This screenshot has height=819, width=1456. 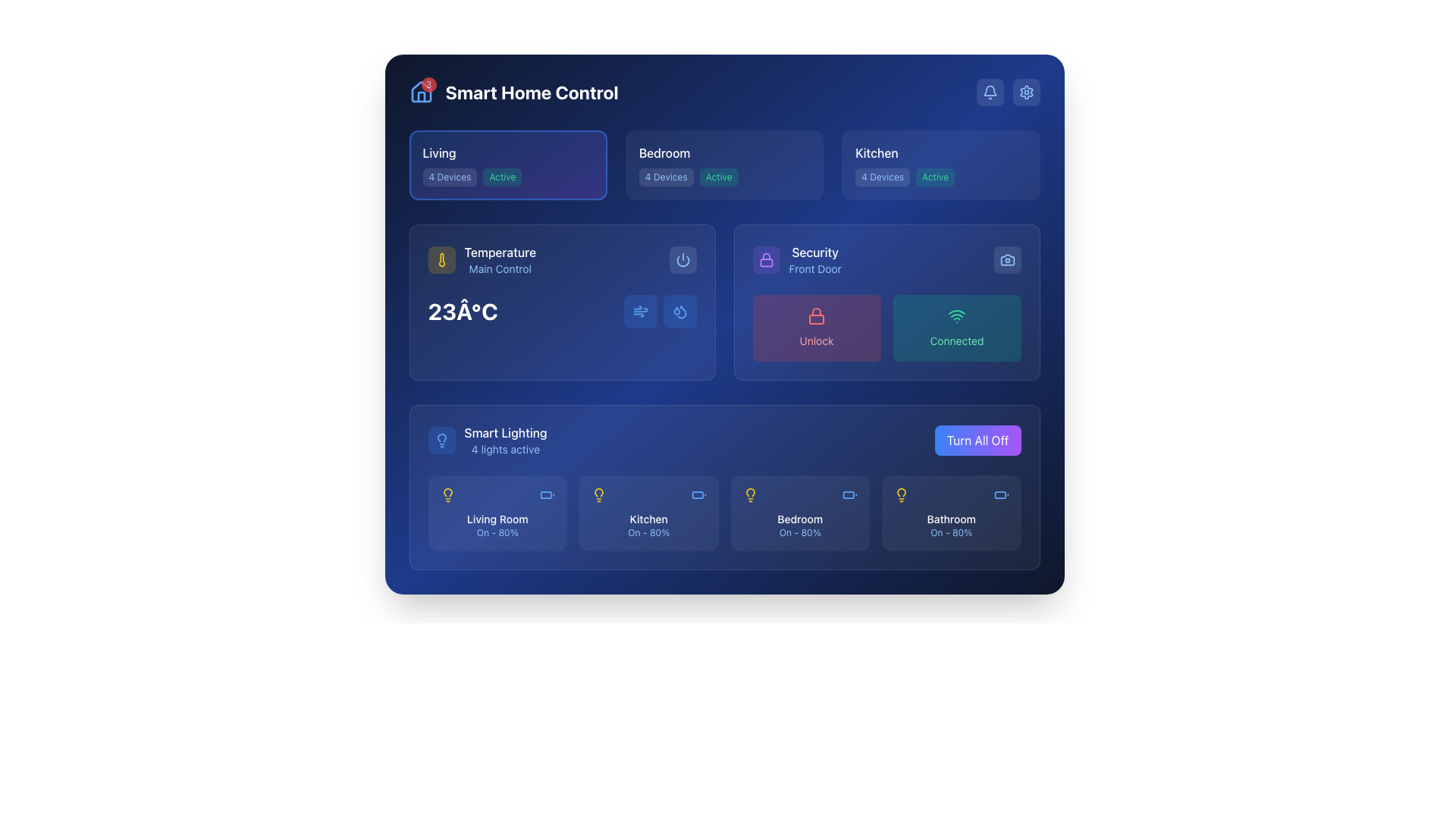 What do you see at coordinates (500, 259) in the screenshot?
I see `the label that provides the section title for the temperature control functionality in the smart home interface, located in the 'Temperature Main Control' panel, to the right of a yellow thermometer icon` at bounding box center [500, 259].